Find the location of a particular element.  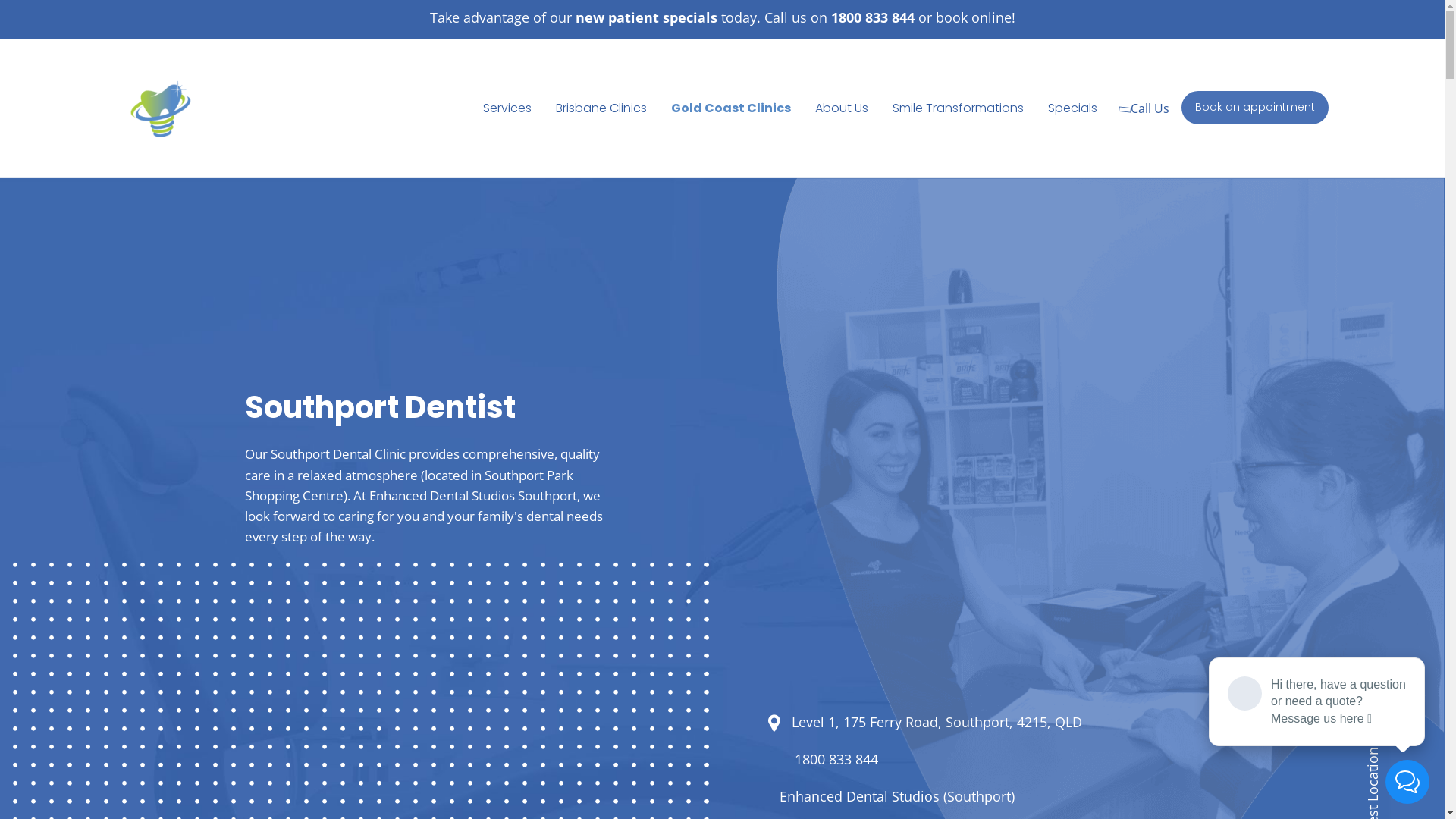

'Book an appointment' is located at coordinates (1255, 107).